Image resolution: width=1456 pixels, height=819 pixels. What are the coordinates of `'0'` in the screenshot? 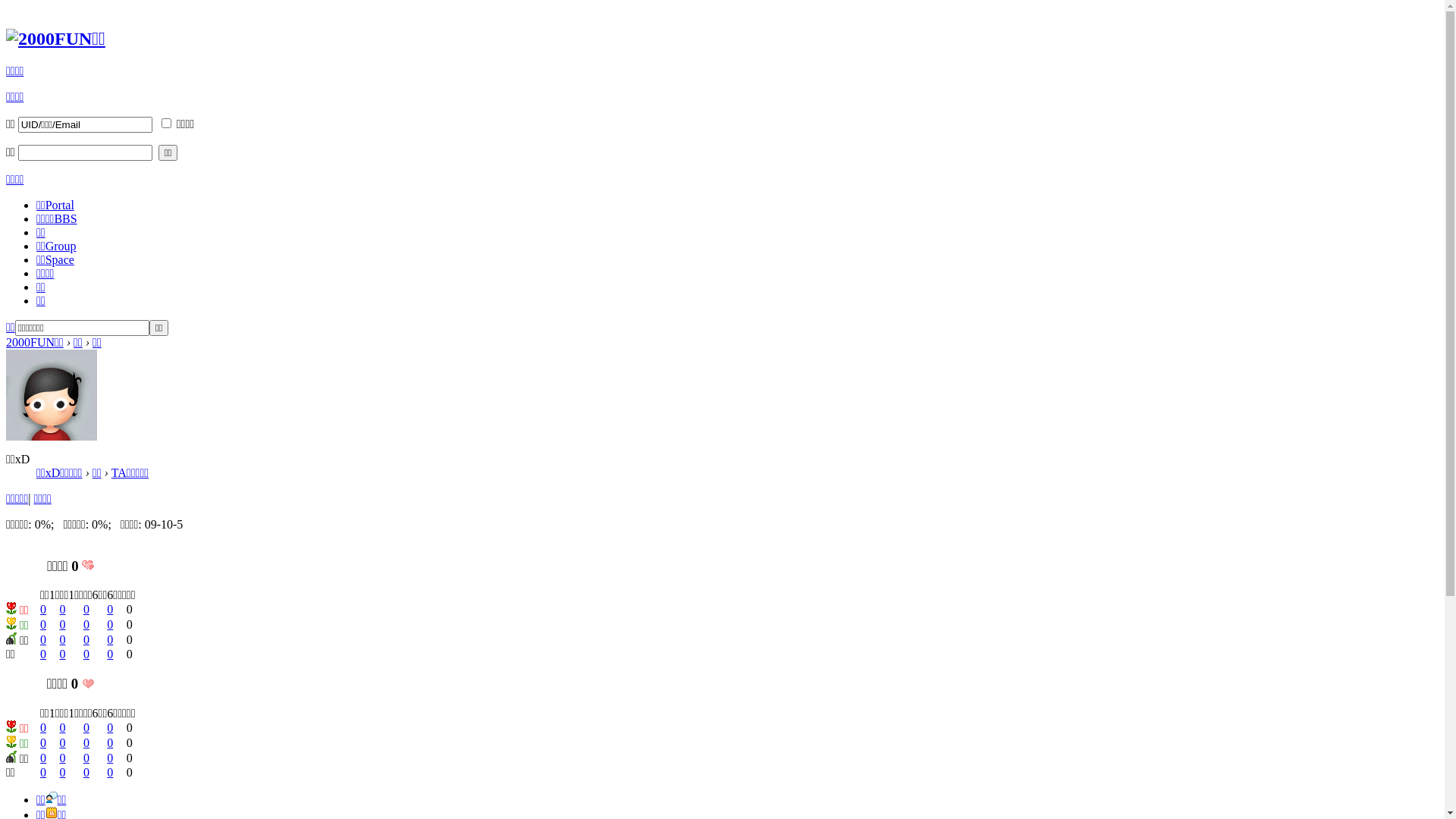 It's located at (83, 758).